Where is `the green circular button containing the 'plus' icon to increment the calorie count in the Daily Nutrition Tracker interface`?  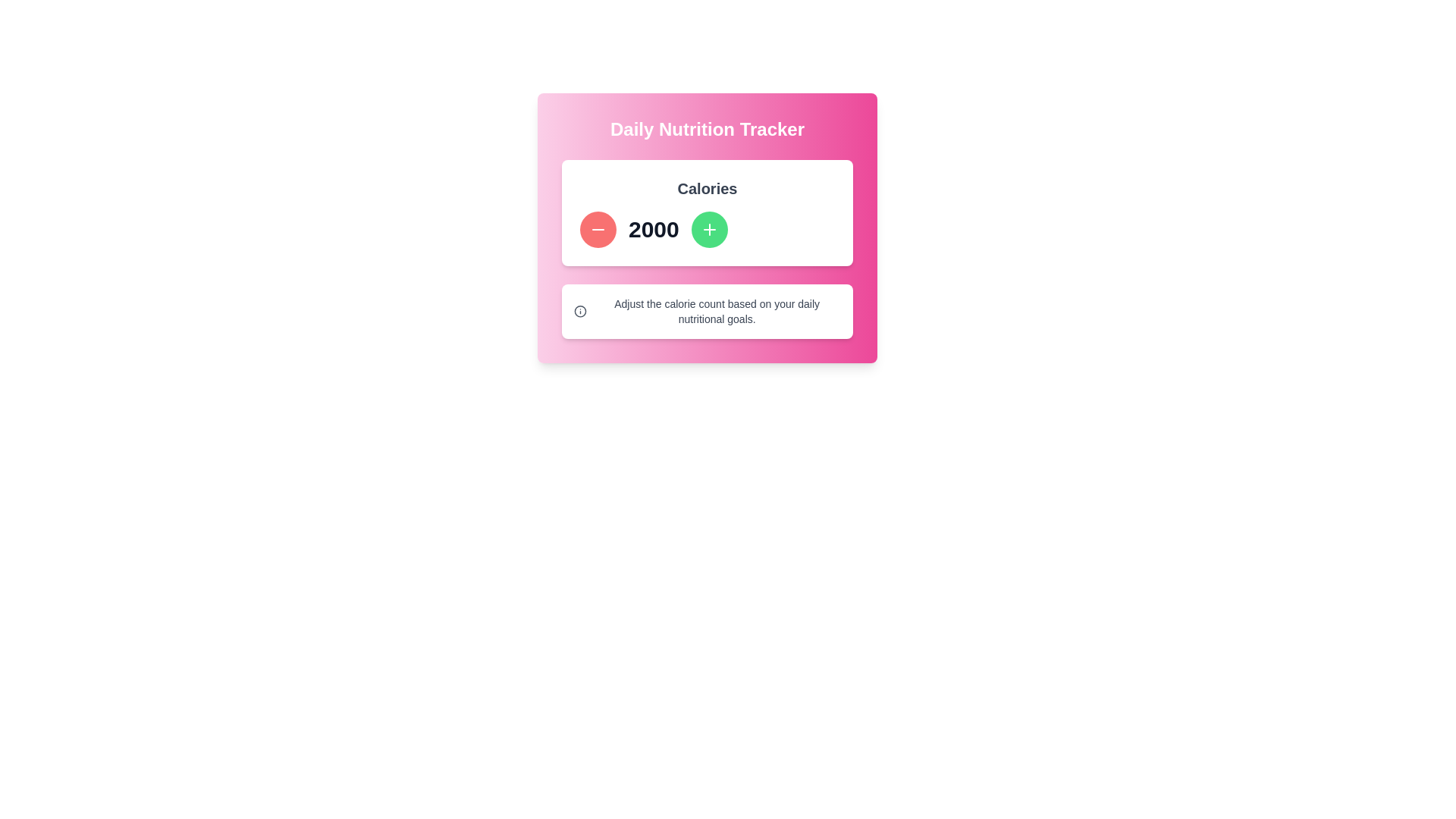 the green circular button containing the 'plus' icon to increment the calorie count in the Daily Nutrition Tracker interface is located at coordinates (708, 230).